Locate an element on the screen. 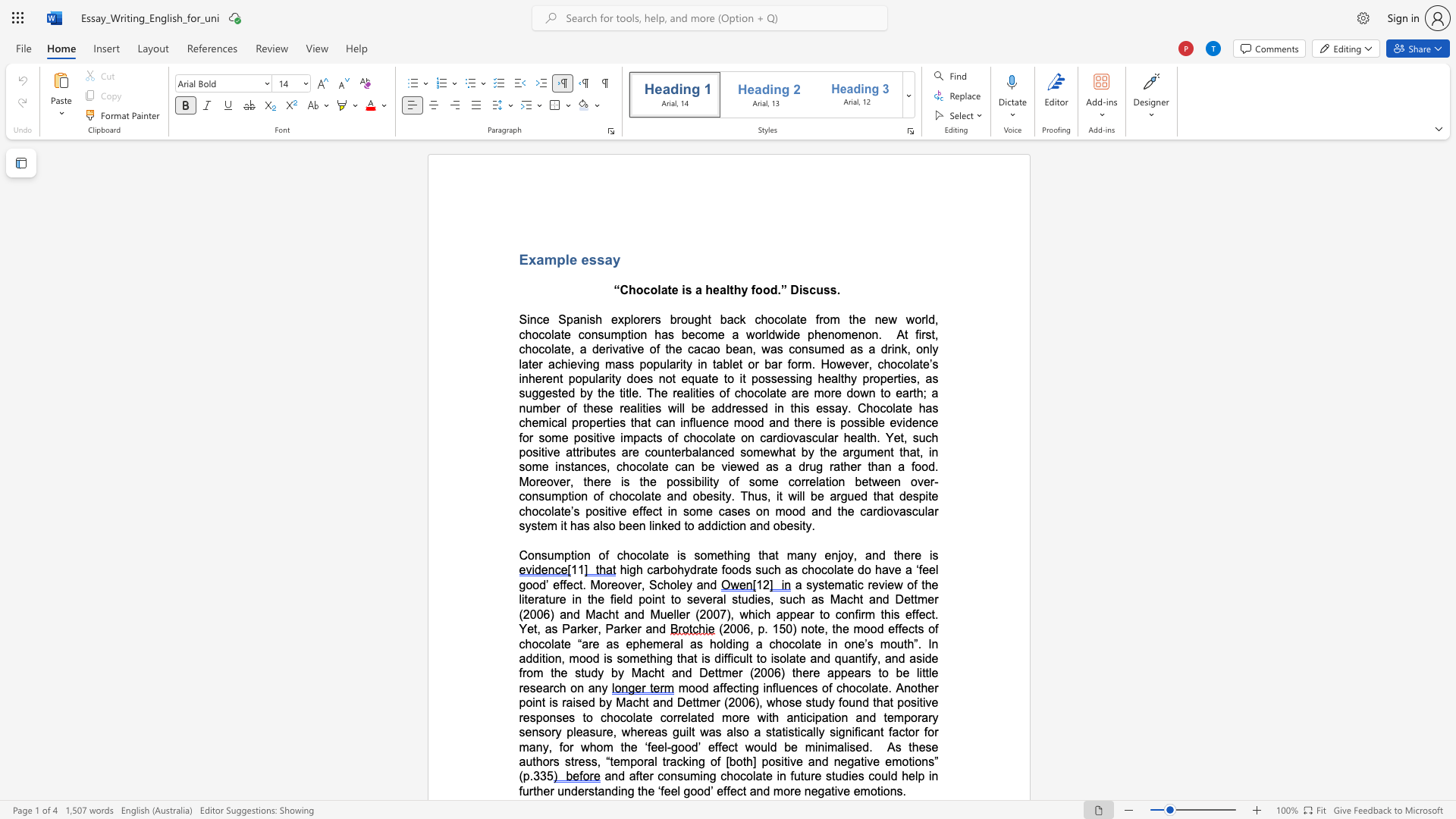 The image size is (1456, 819). the space between the continuous character "s" and "s" in the text is located at coordinates (596, 259).